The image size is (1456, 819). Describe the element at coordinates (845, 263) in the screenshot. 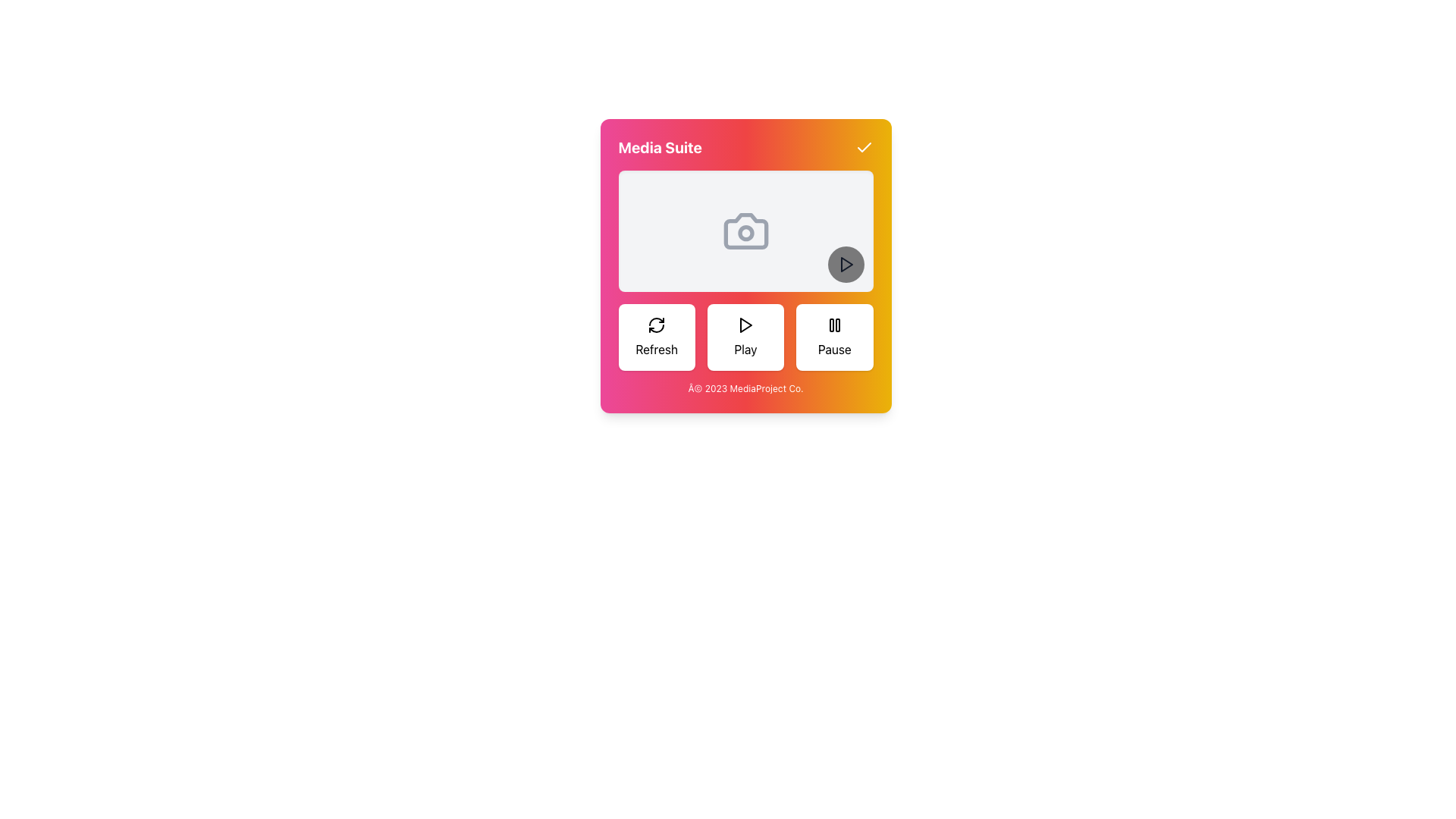

I see `the circular play button with a low-opacity black background located at the bottom-right corner of the card` at that location.